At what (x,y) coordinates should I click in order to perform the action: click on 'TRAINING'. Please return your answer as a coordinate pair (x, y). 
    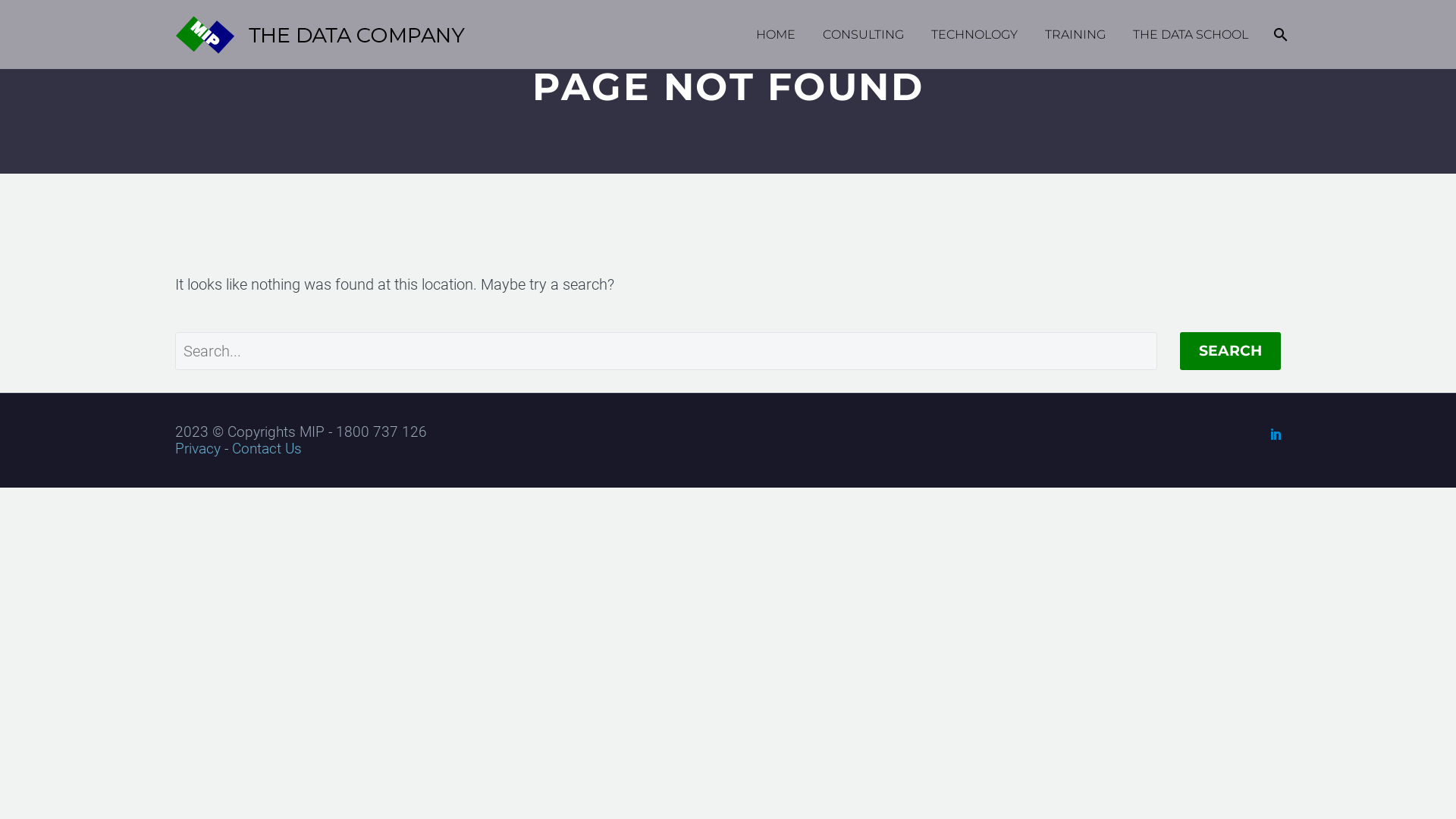
    Looking at the image, I should click on (1074, 34).